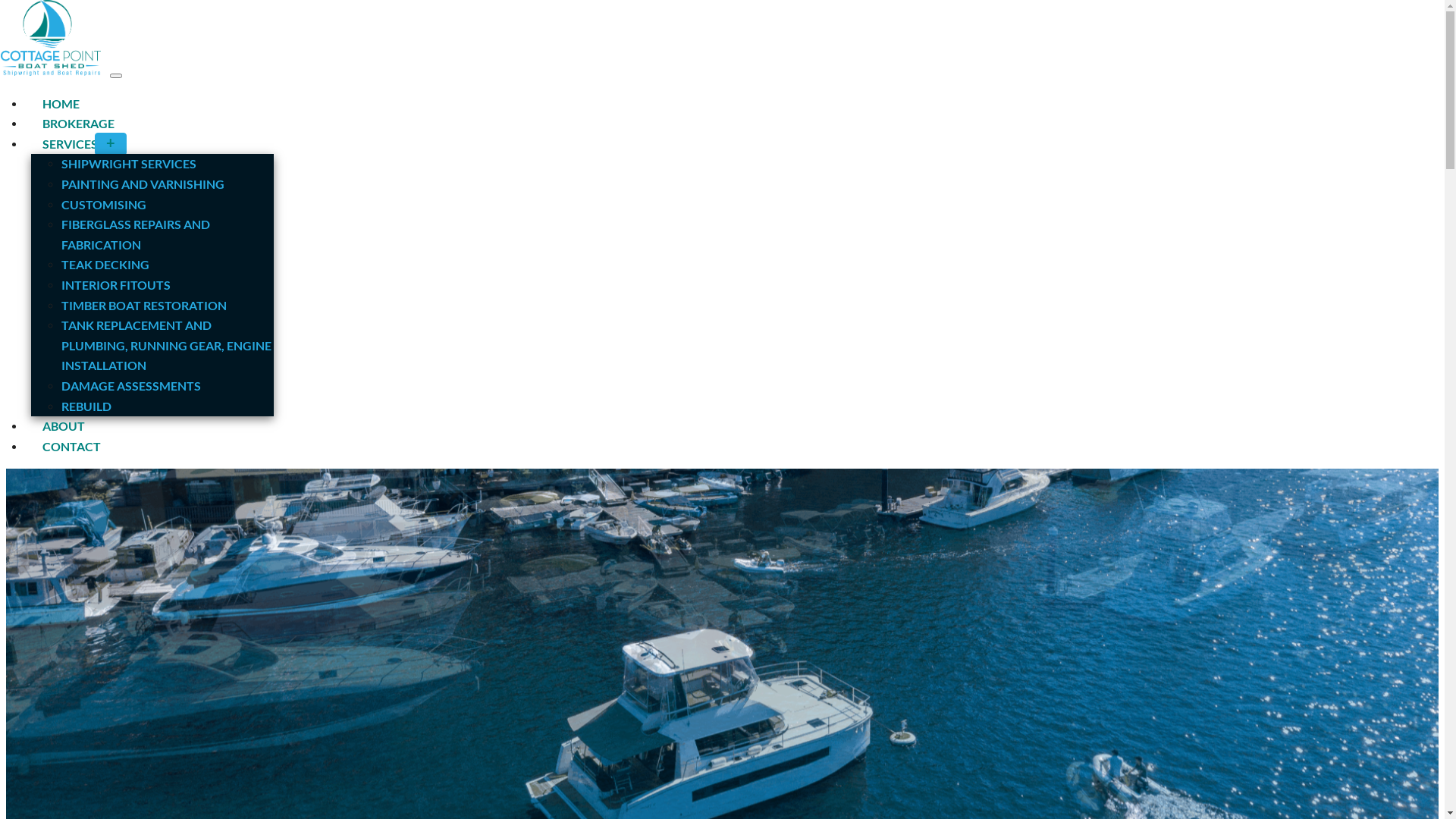 This screenshot has width=1456, height=819. I want to click on 'INTERIOR FITOUTS', so click(61, 284).